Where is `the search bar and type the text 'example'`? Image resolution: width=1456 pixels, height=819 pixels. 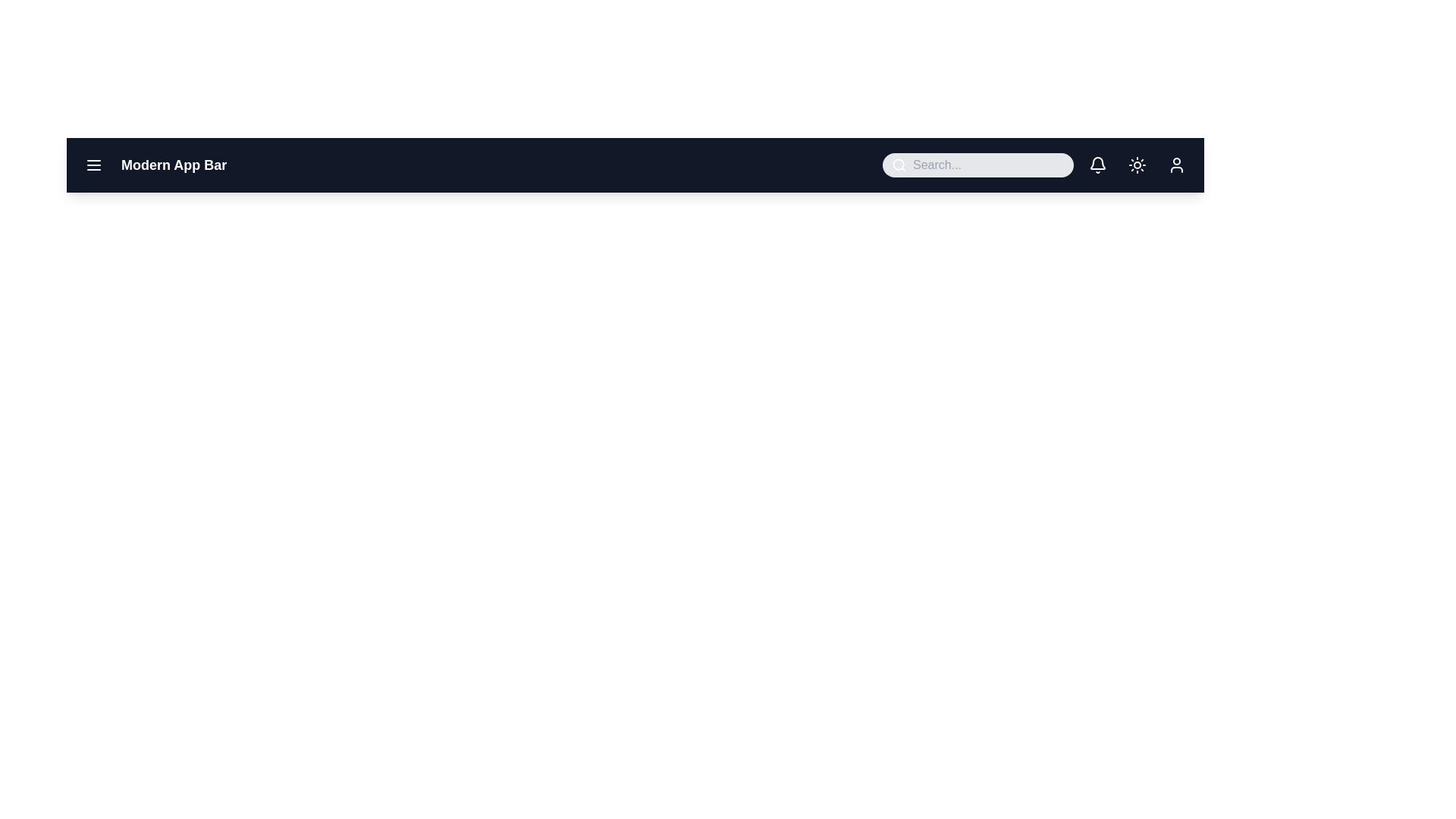
the search bar and type the text 'example' is located at coordinates (989, 165).